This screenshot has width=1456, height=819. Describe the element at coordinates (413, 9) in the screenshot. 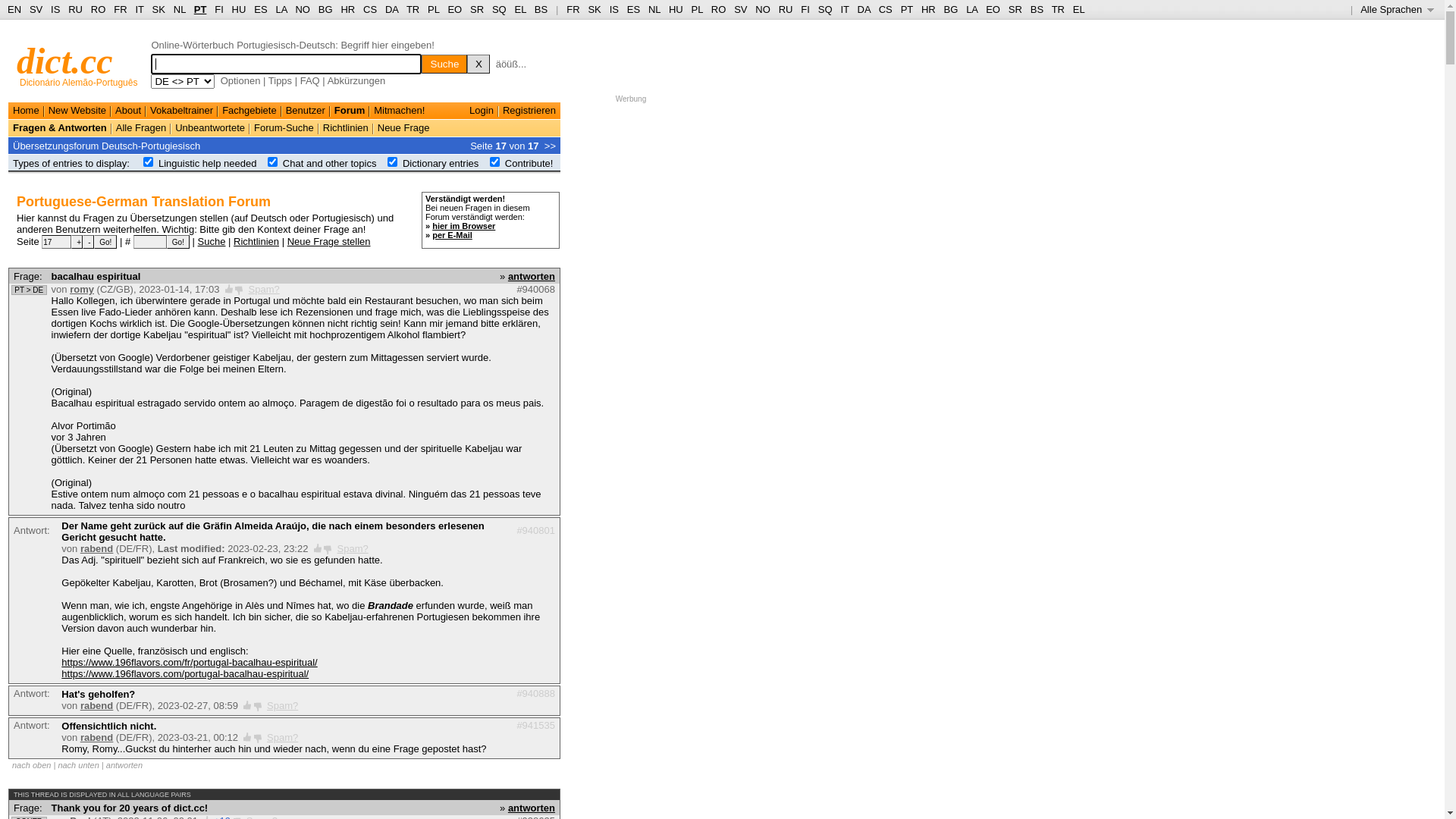

I see `'TR'` at that location.